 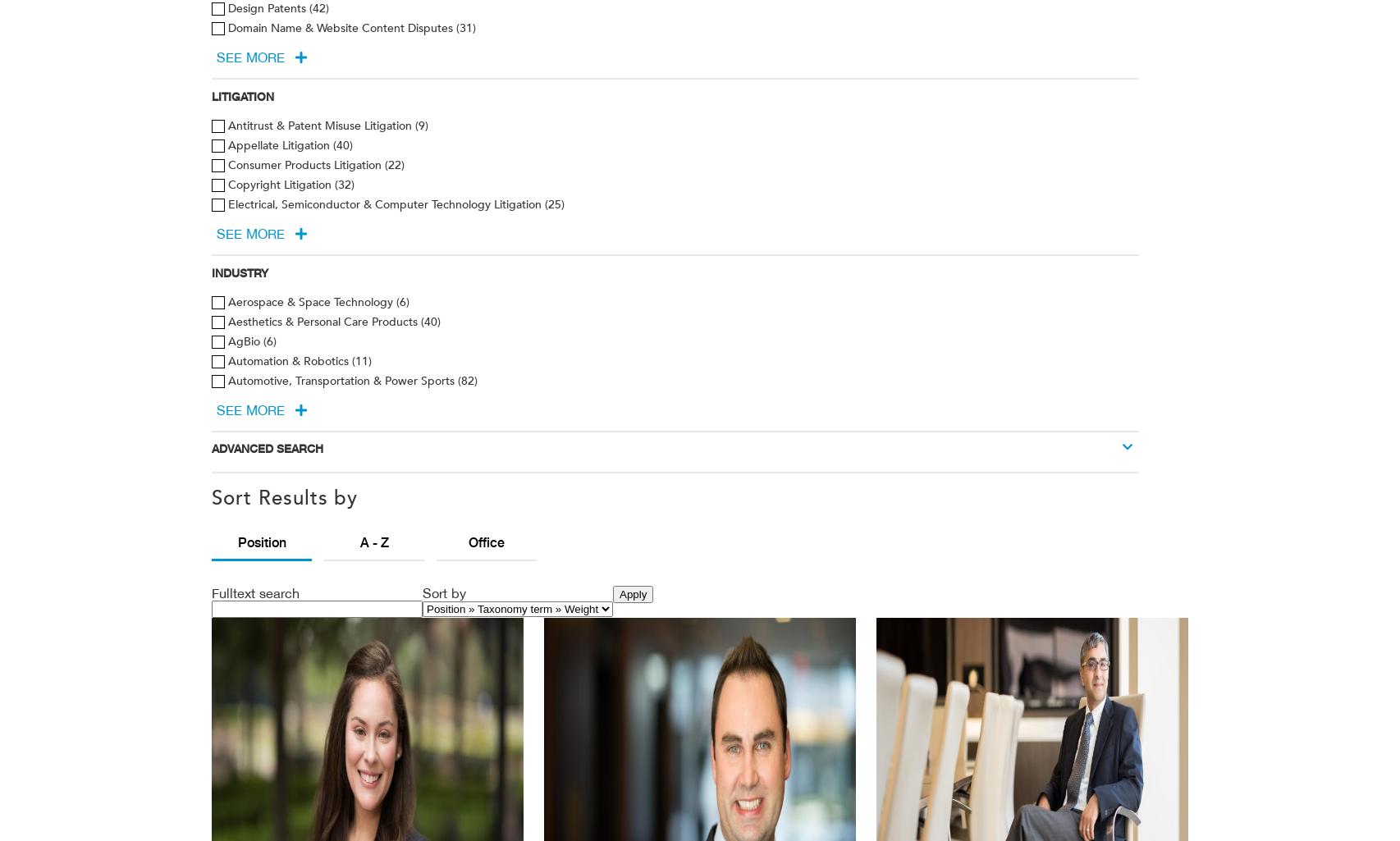 I want to click on '(32)', so click(x=345, y=184).